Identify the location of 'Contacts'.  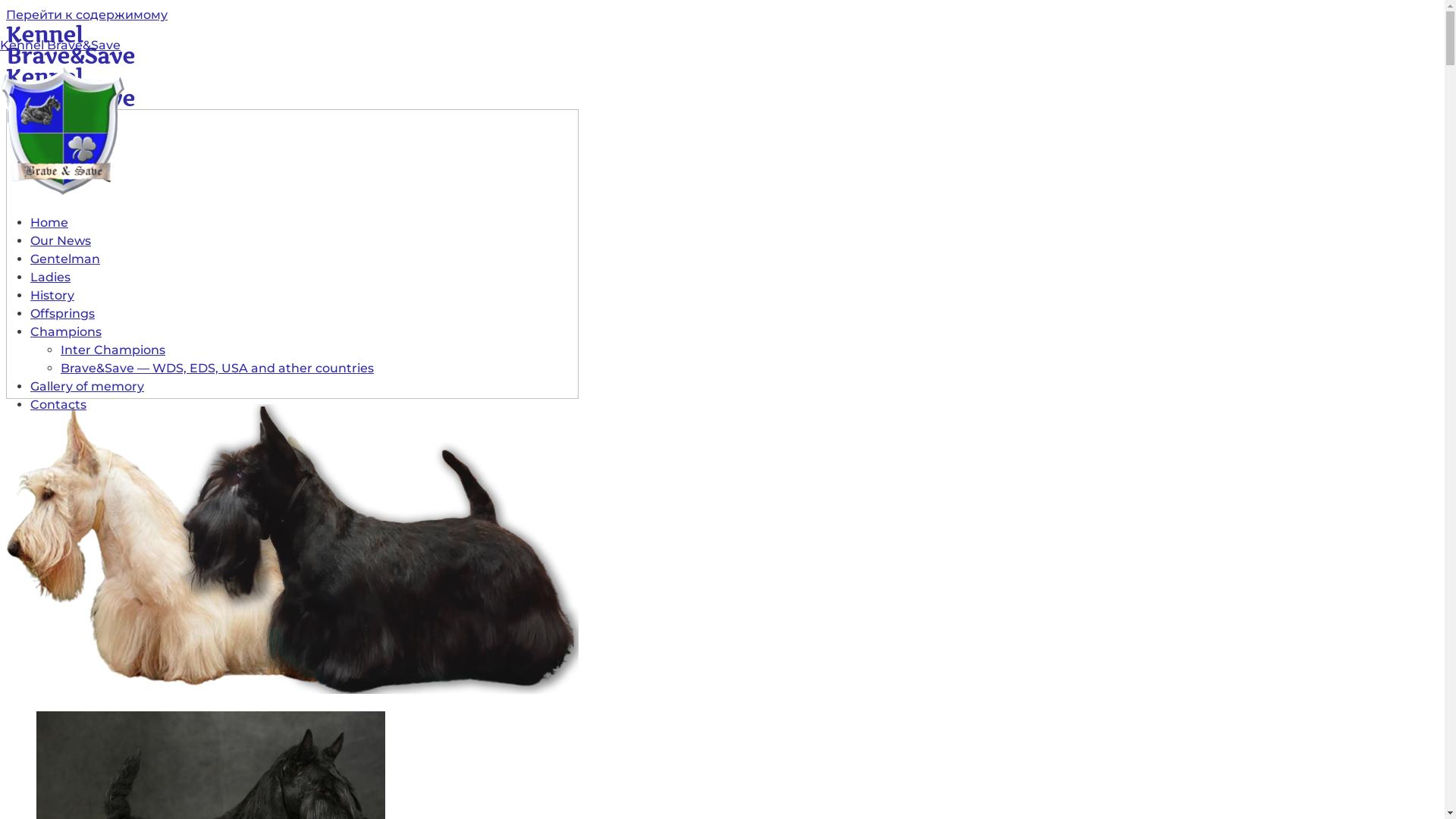
(30, 403).